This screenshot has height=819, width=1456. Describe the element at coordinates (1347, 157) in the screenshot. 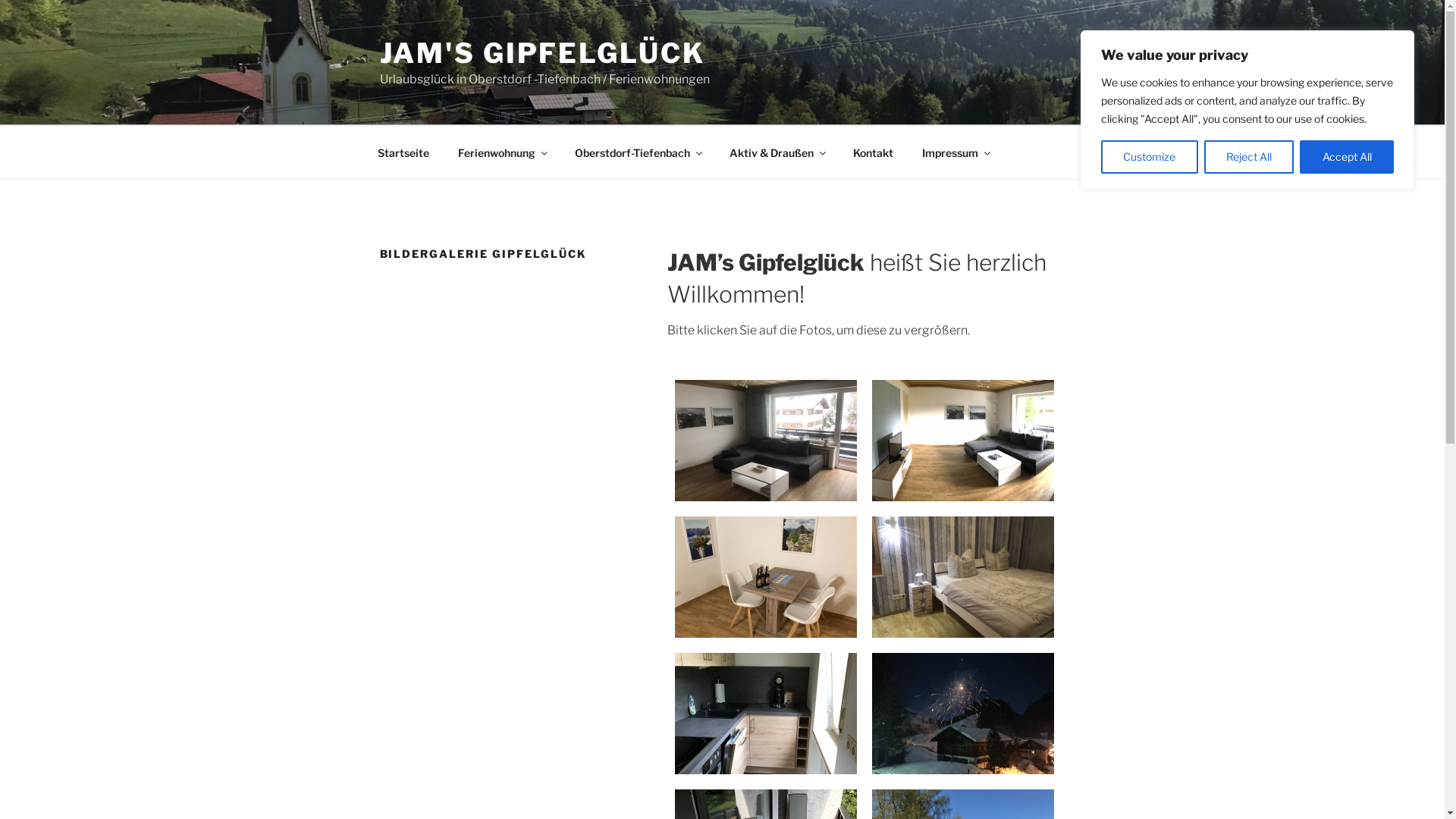

I see `'Accept All'` at that location.